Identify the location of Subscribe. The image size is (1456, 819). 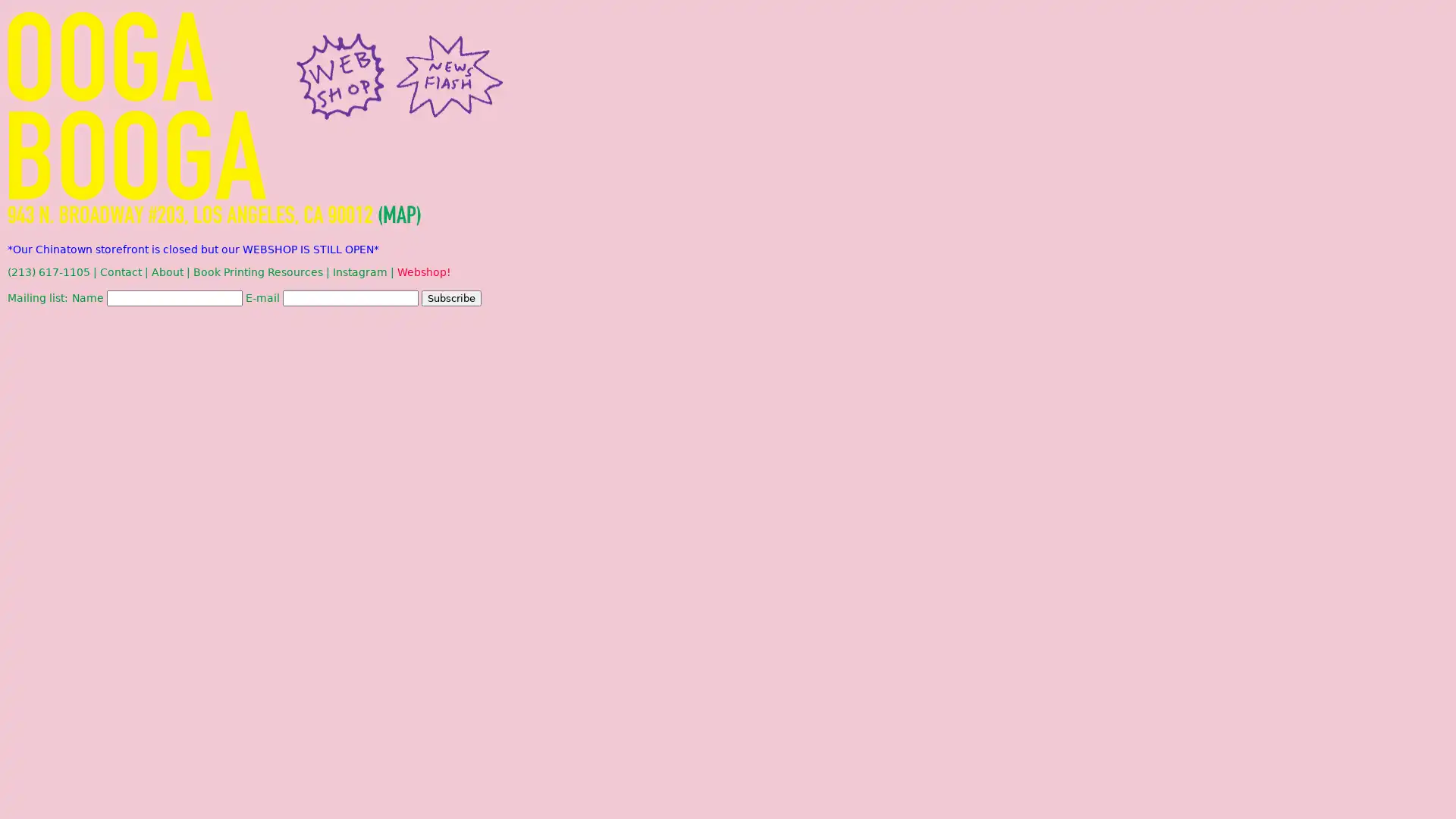
(450, 298).